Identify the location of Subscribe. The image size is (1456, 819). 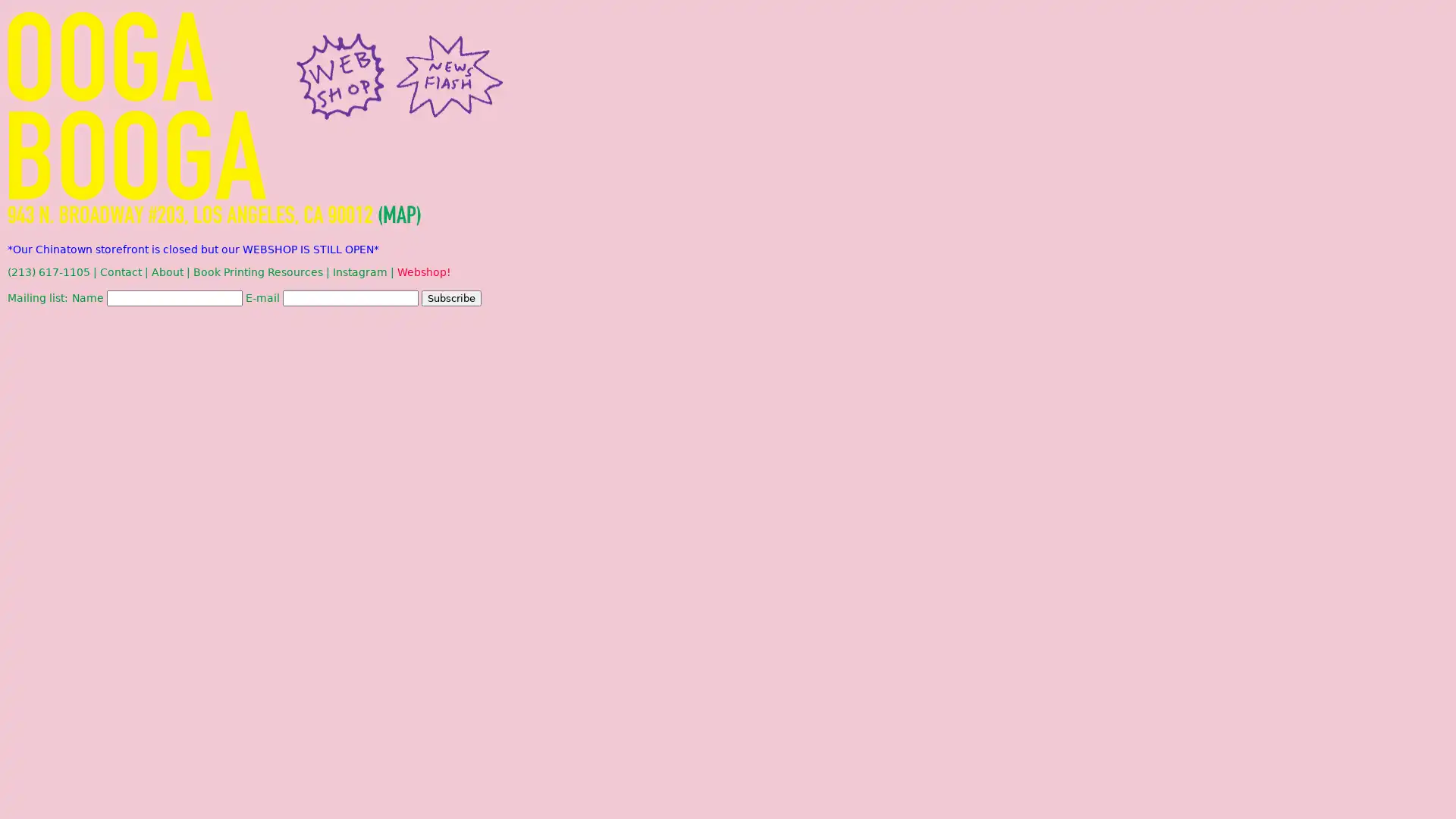
(450, 298).